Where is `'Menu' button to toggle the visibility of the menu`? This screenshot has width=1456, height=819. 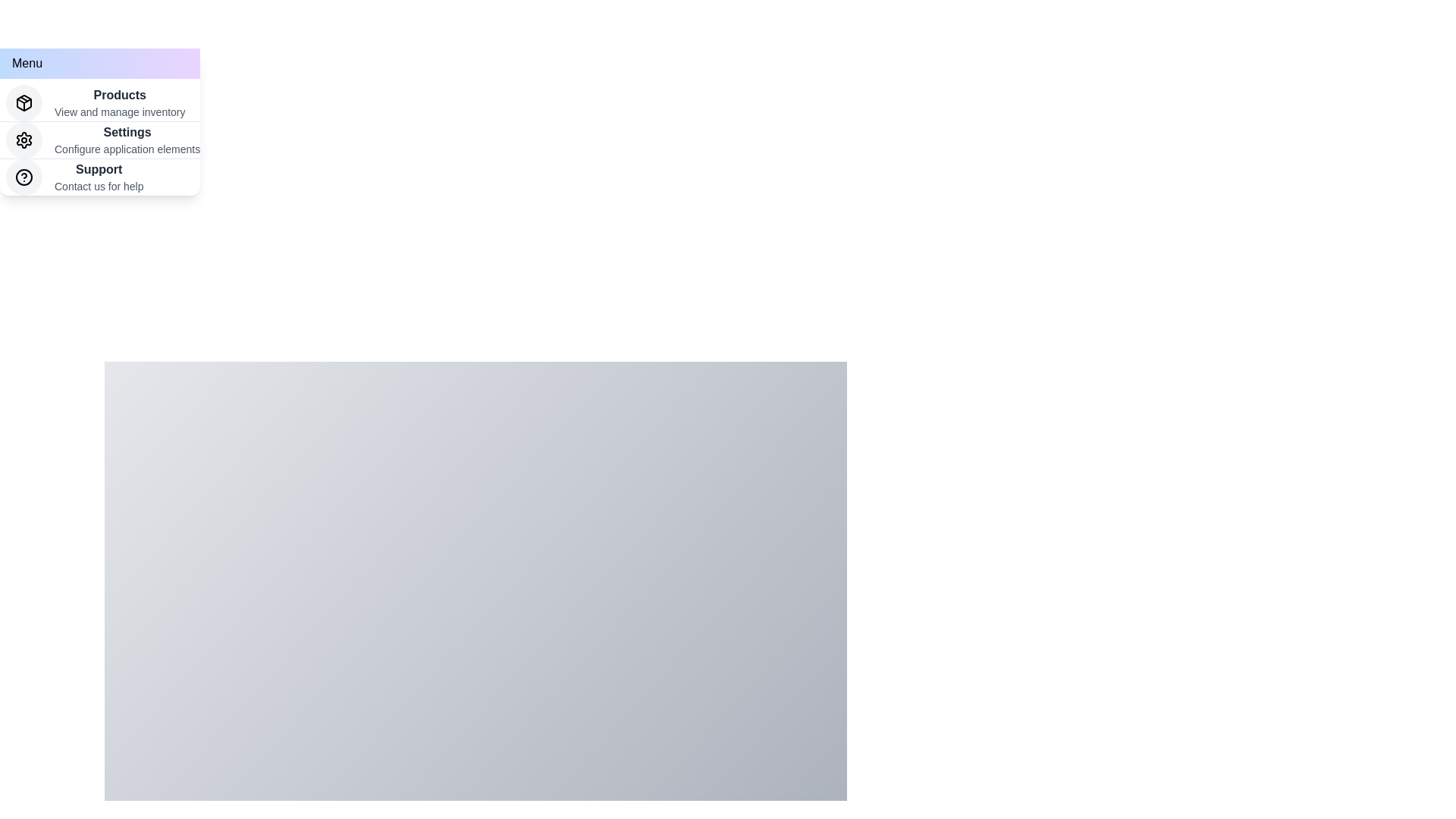 'Menu' button to toggle the visibility of the menu is located at coordinates (99, 63).